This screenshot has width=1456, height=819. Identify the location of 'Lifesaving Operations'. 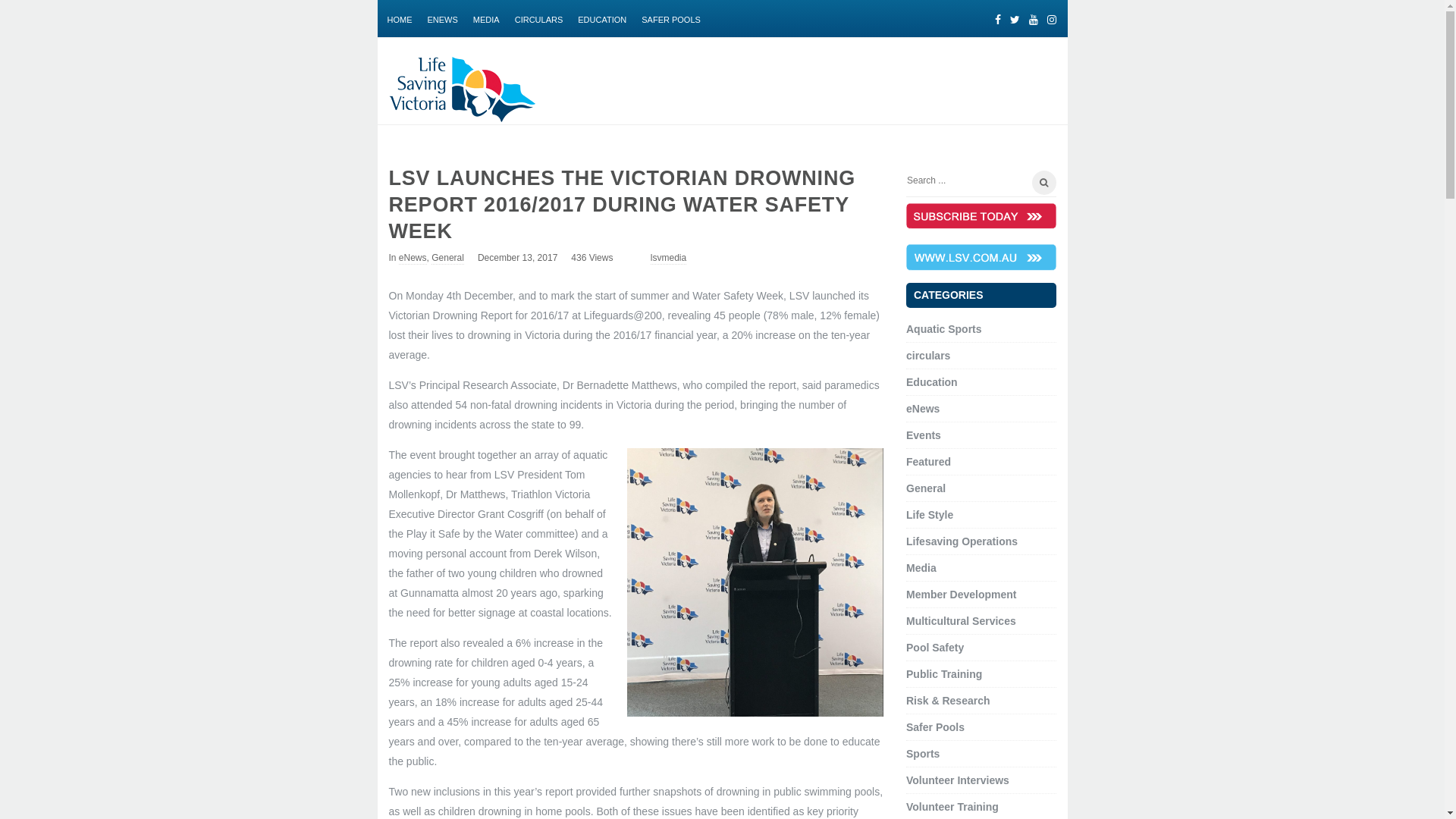
(906, 540).